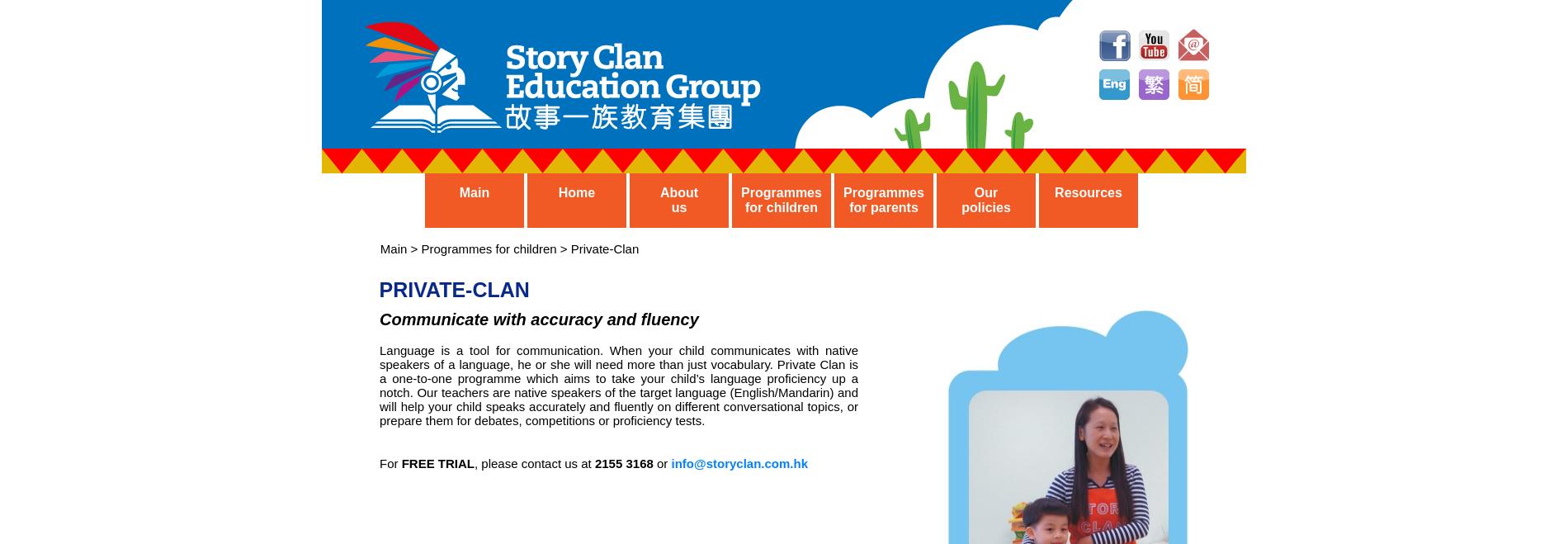 This screenshot has width=1568, height=544. Describe the element at coordinates (321, 287) in the screenshot. I see `'PRIVATE-CLAN'` at that location.